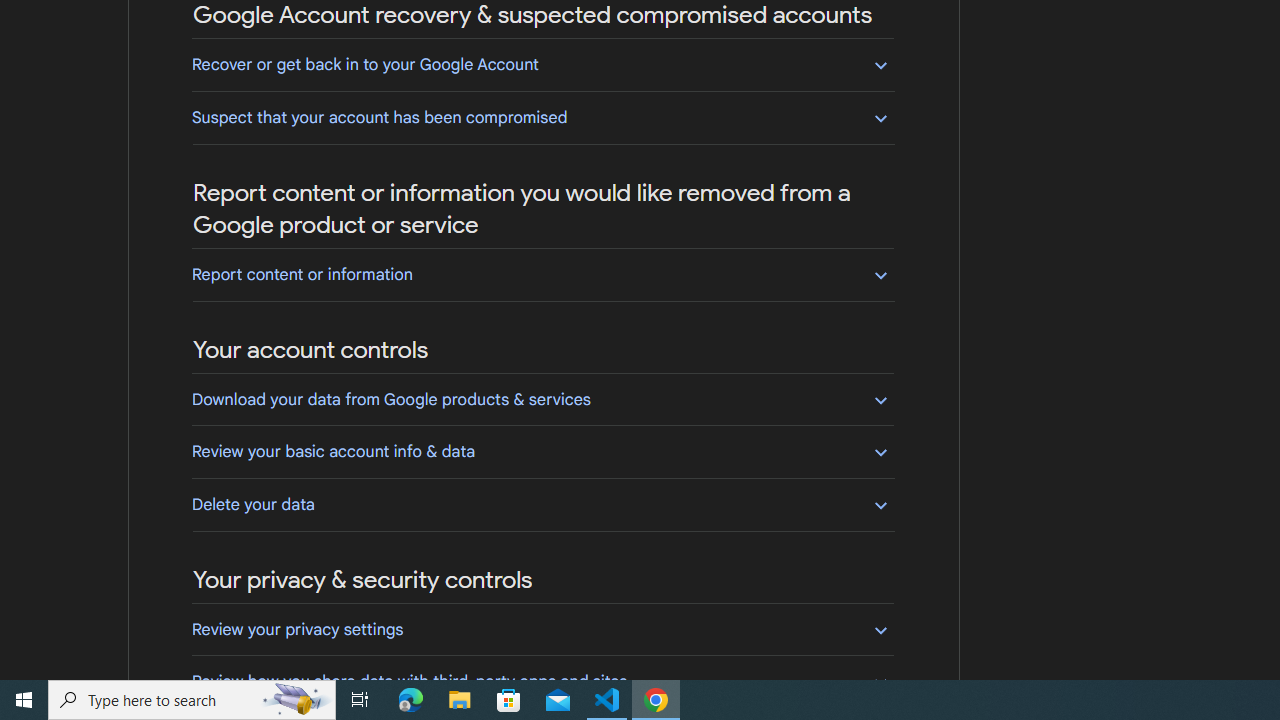 The image size is (1280, 720). What do you see at coordinates (542, 63) in the screenshot?
I see `'Recover or get back in to your Google Account'` at bounding box center [542, 63].